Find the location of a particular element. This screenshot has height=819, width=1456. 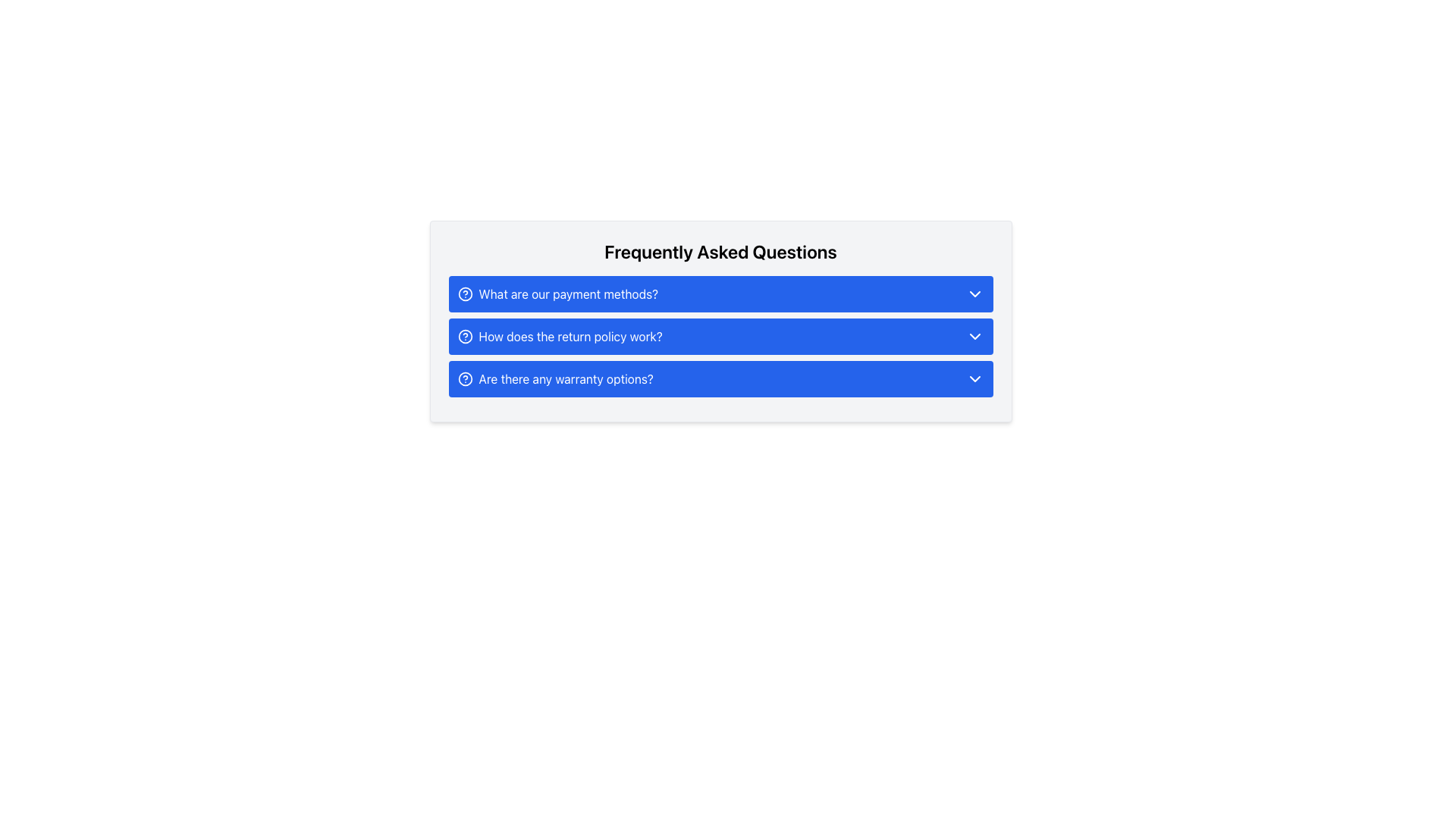

the downward-pointing chevron icon with a blue background and white strokes, located to the far right of the FAQ option titled 'How does the return policy work?' is located at coordinates (974, 335).